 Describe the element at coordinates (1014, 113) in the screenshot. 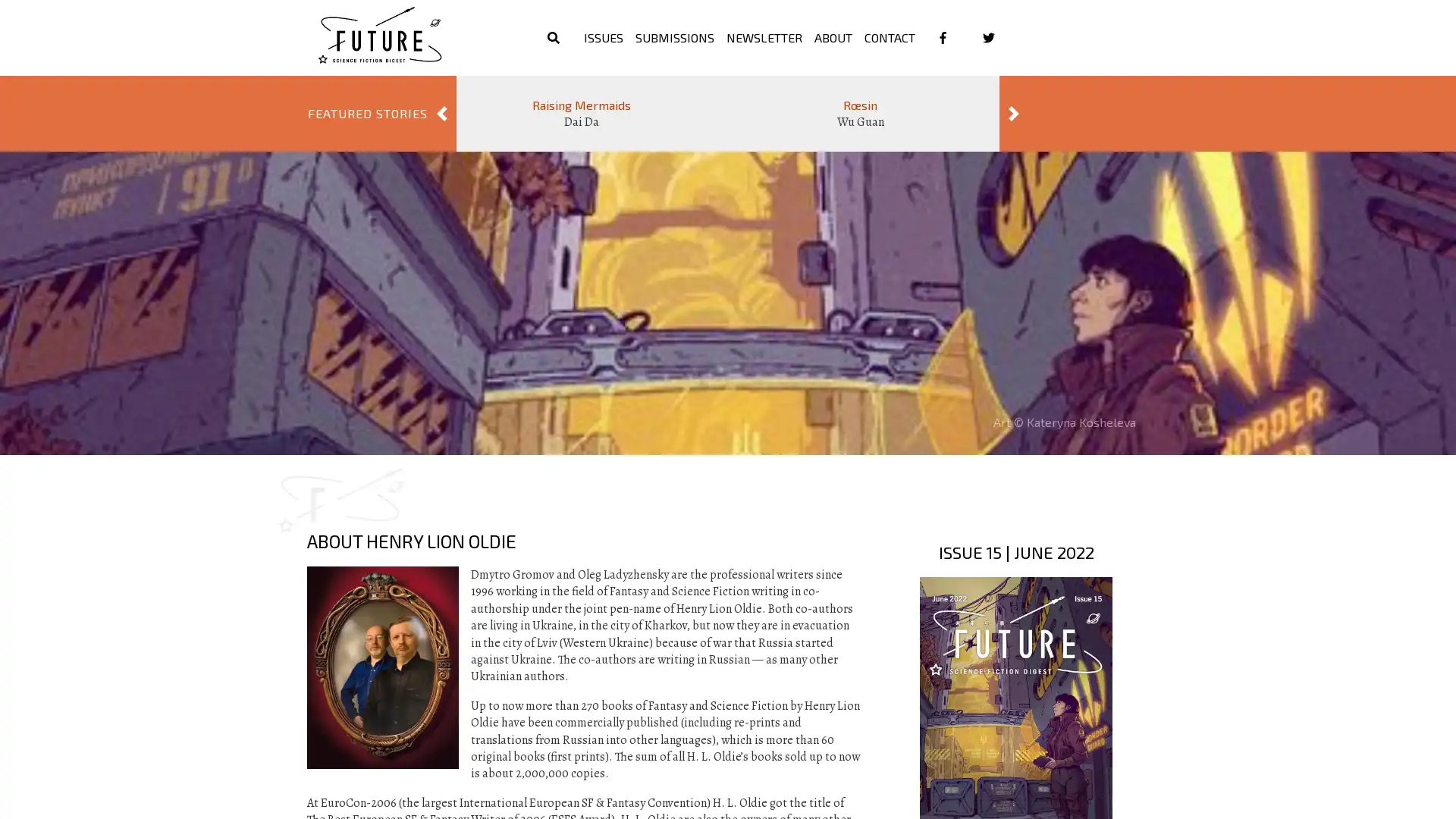

I see `Next` at that location.